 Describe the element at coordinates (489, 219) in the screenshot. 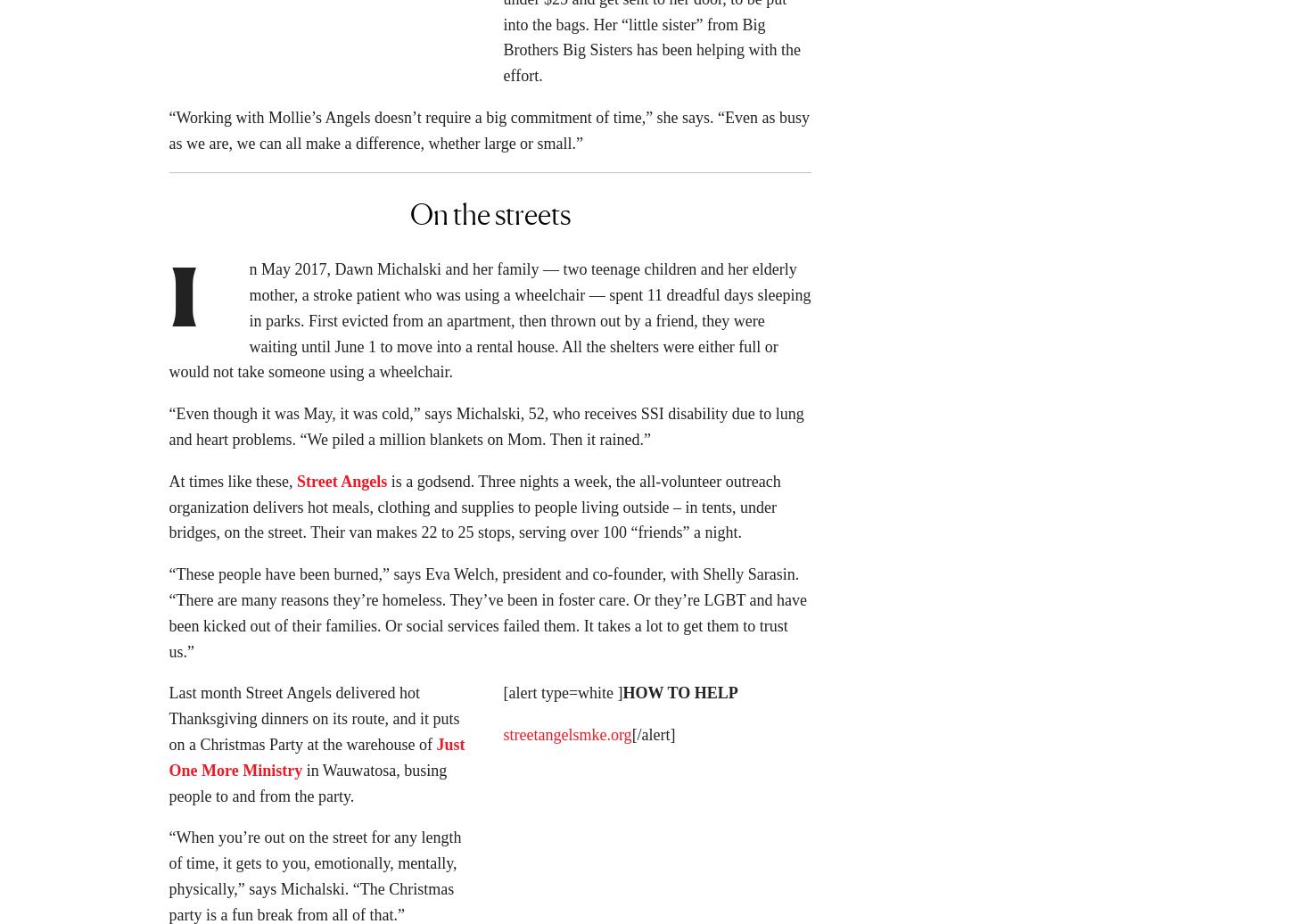

I see `'On the streets'` at that location.